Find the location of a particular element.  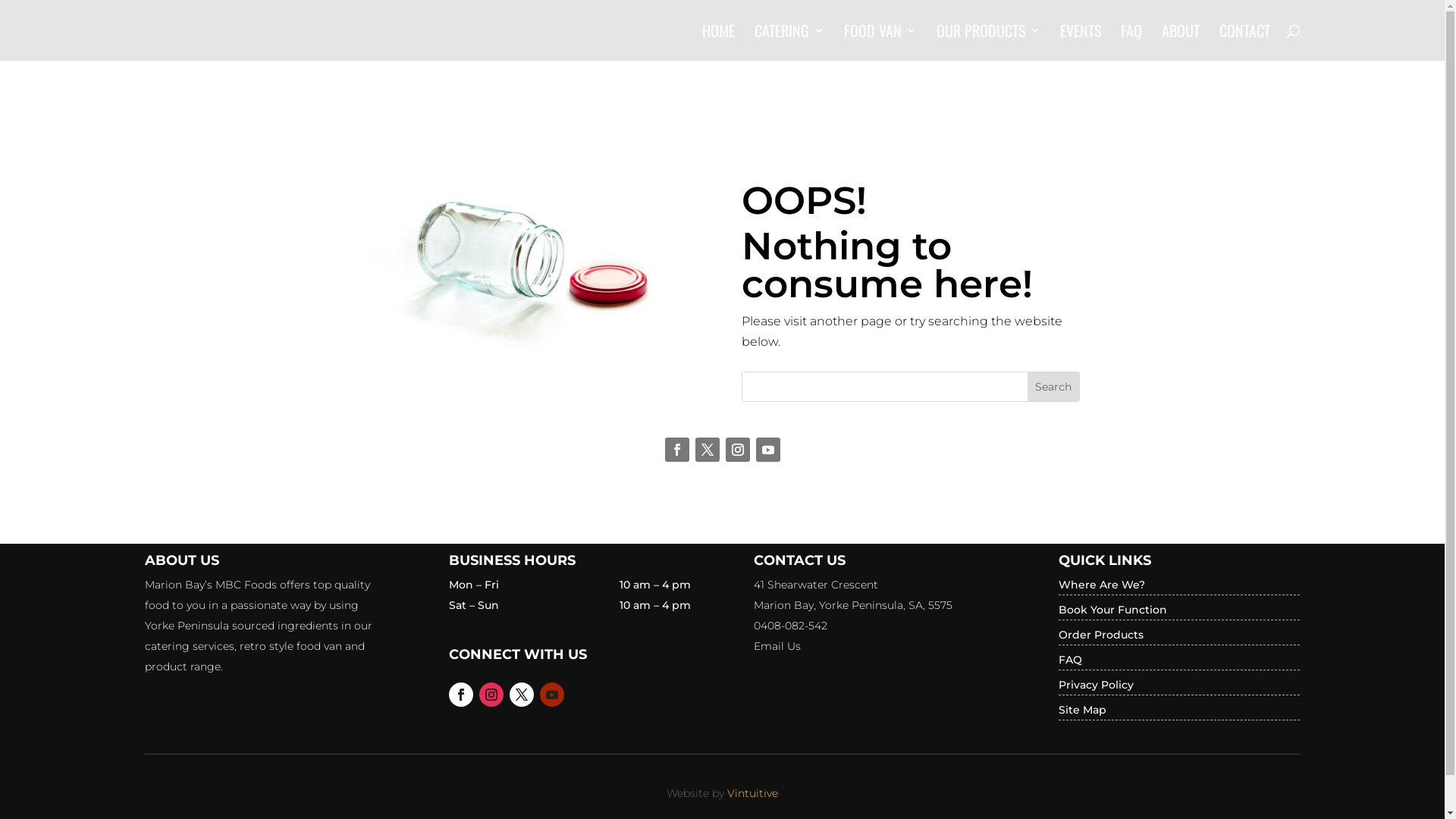

'Follow on Instagram' is located at coordinates (736, 449).